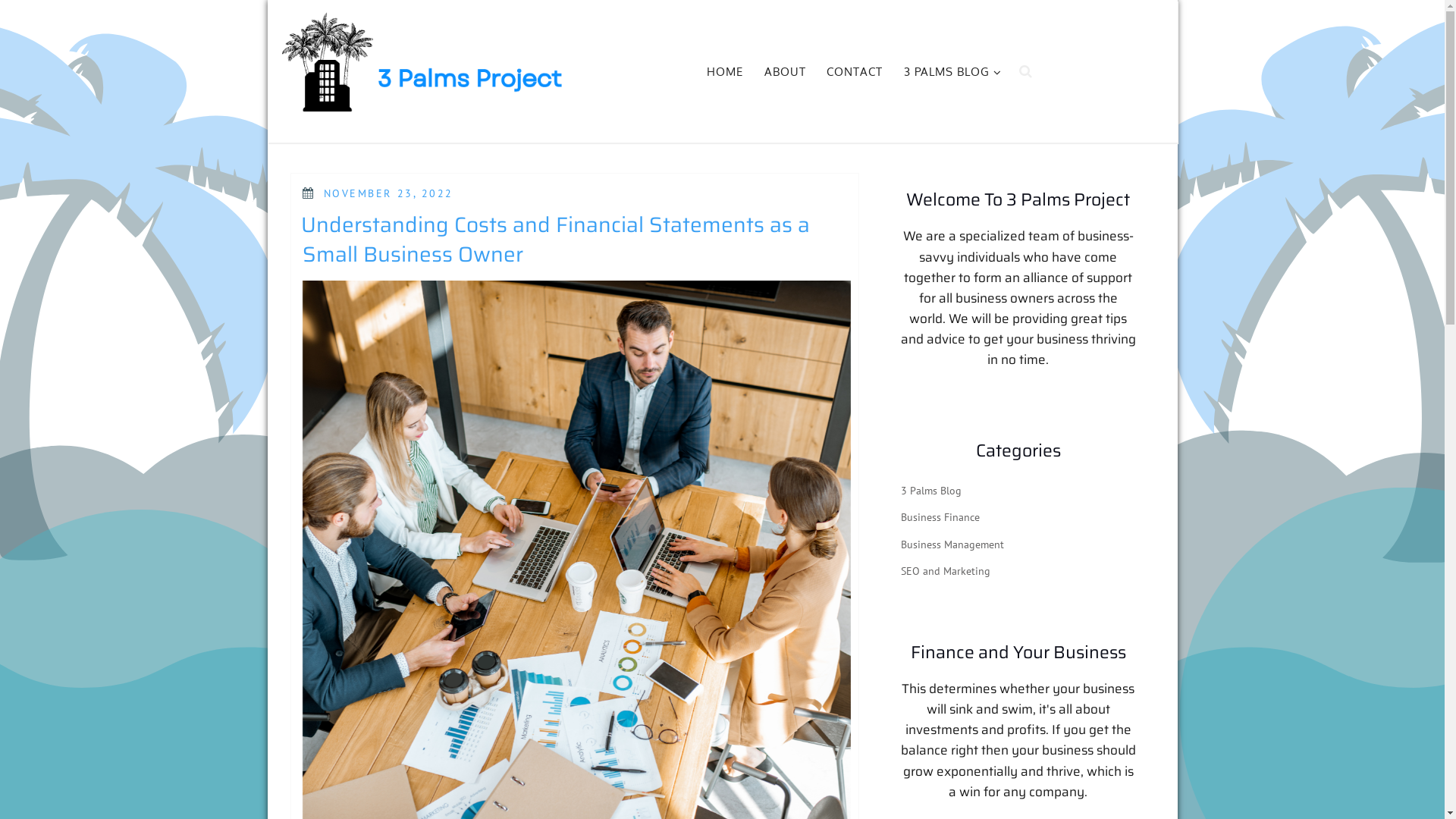 Image resolution: width=1456 pixels, height=819 pixels. What do you see at coordinates (388, 192) in the screenshot?
I see `'NOVEMBER 23, 2022'` at bounding box center [388, 192].